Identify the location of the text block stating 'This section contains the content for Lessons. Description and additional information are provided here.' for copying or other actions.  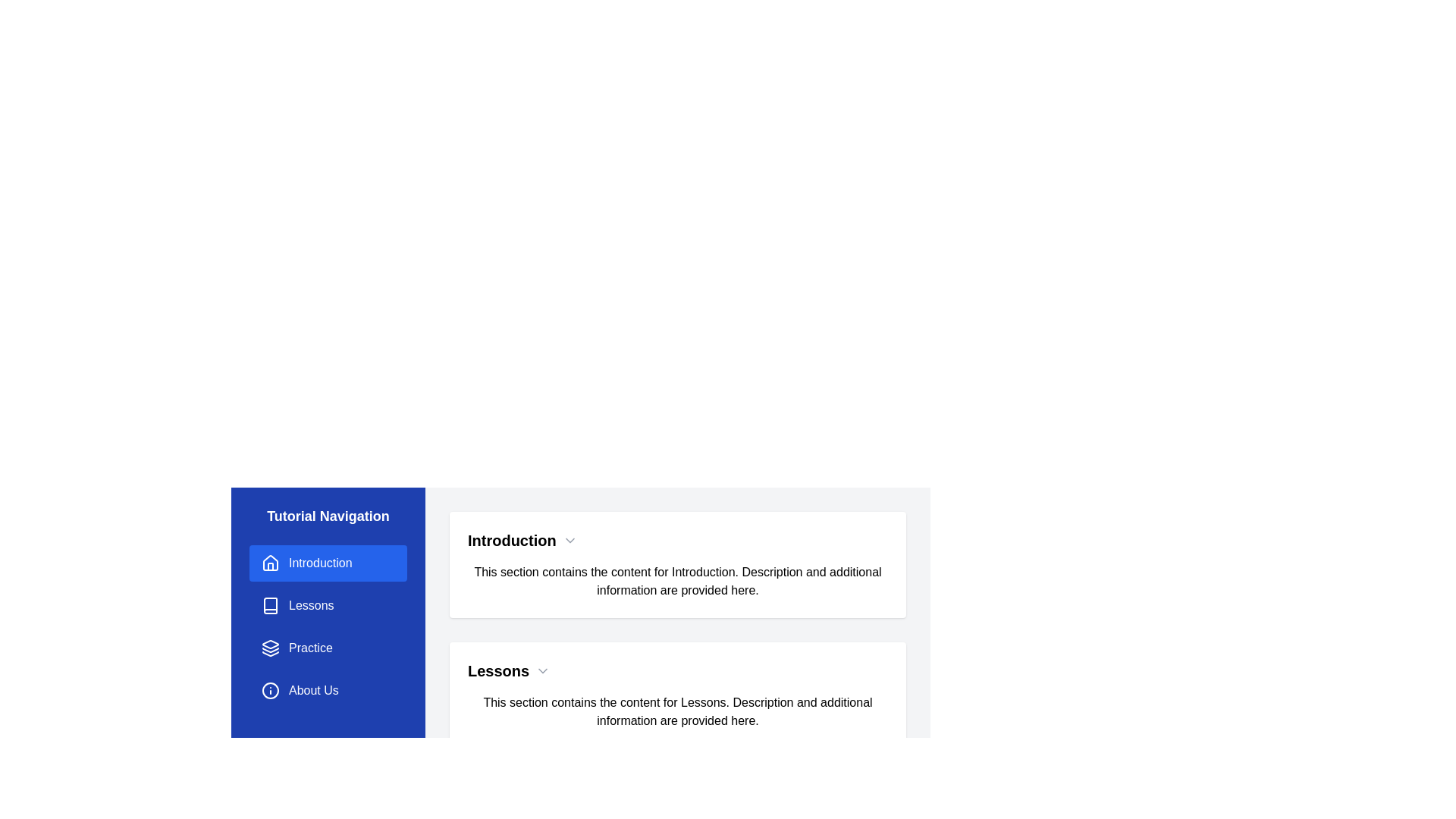
(676, 711).